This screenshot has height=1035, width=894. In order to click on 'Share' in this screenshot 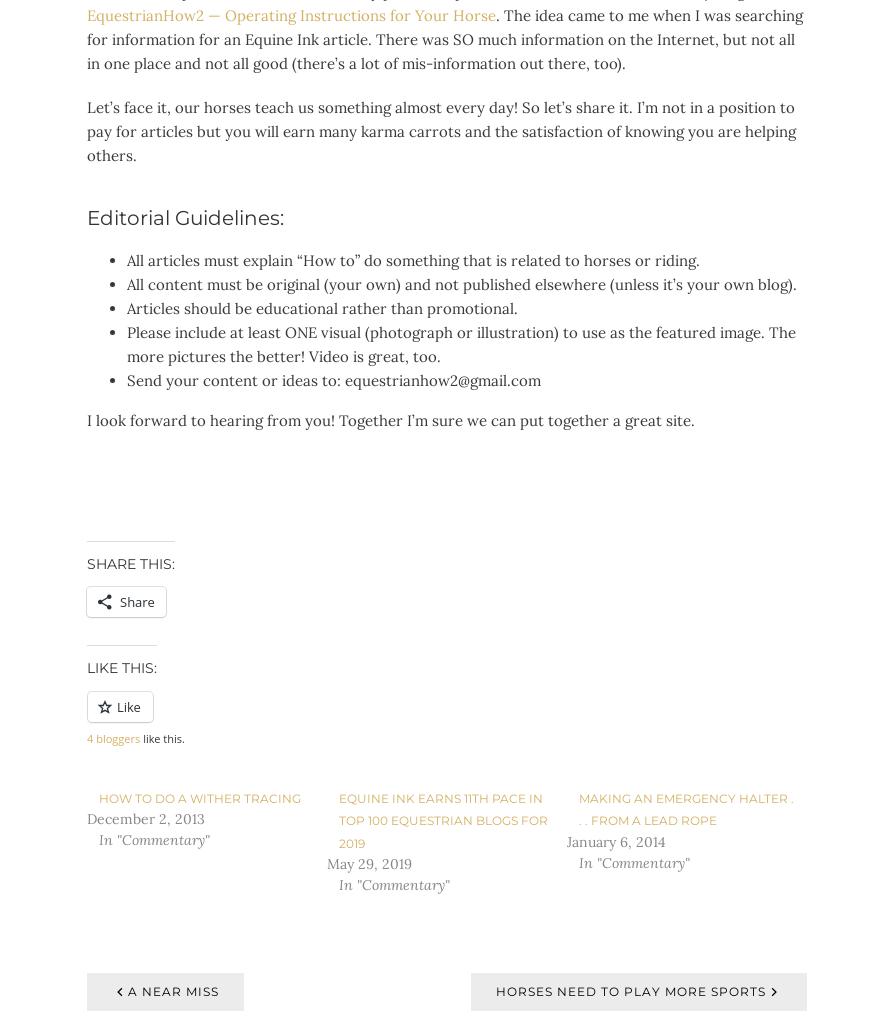, I will do `click(119, 600)`.